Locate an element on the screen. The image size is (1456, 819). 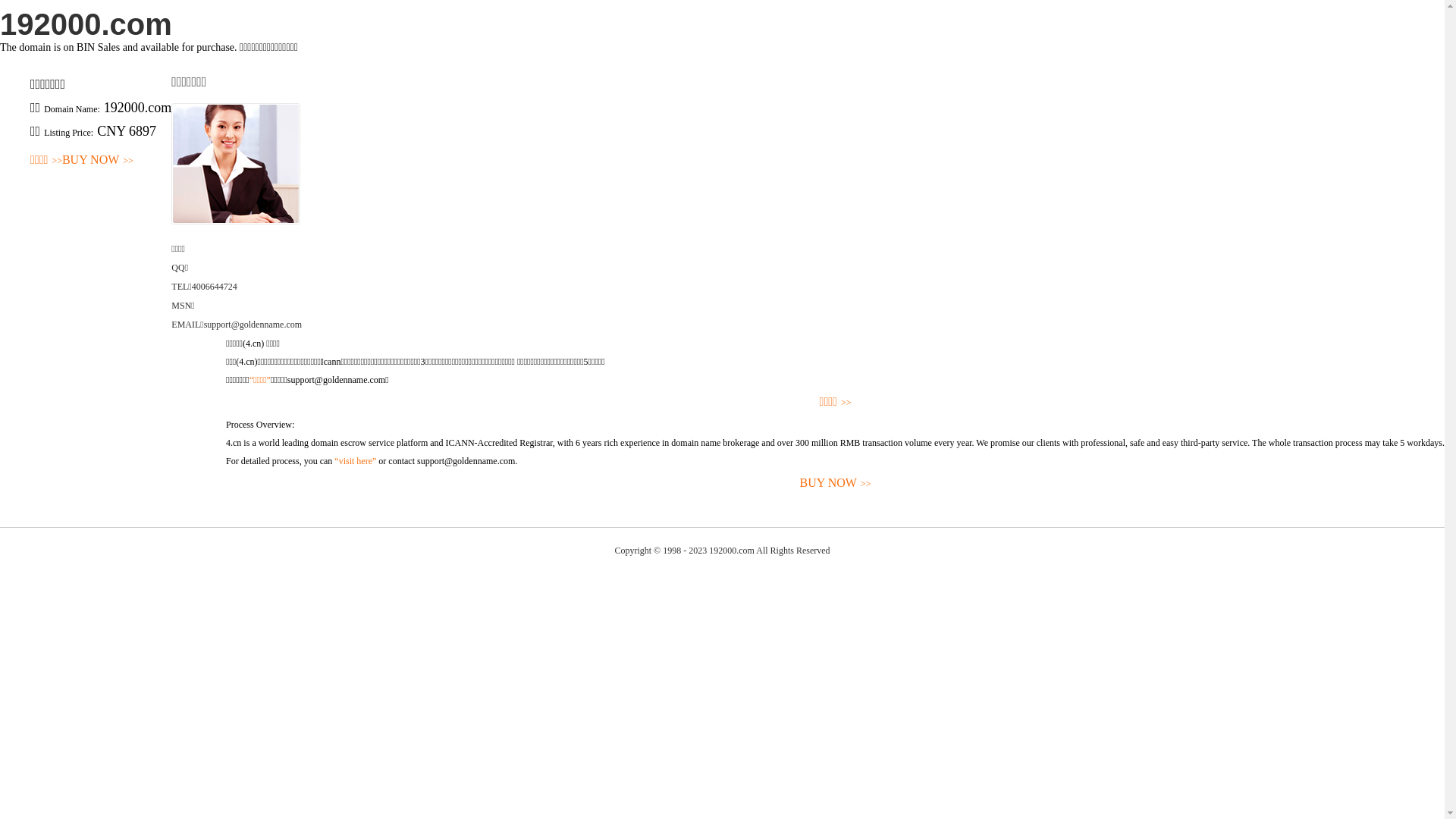
'BUY NOW>>' is located at coordinates (834, 483).